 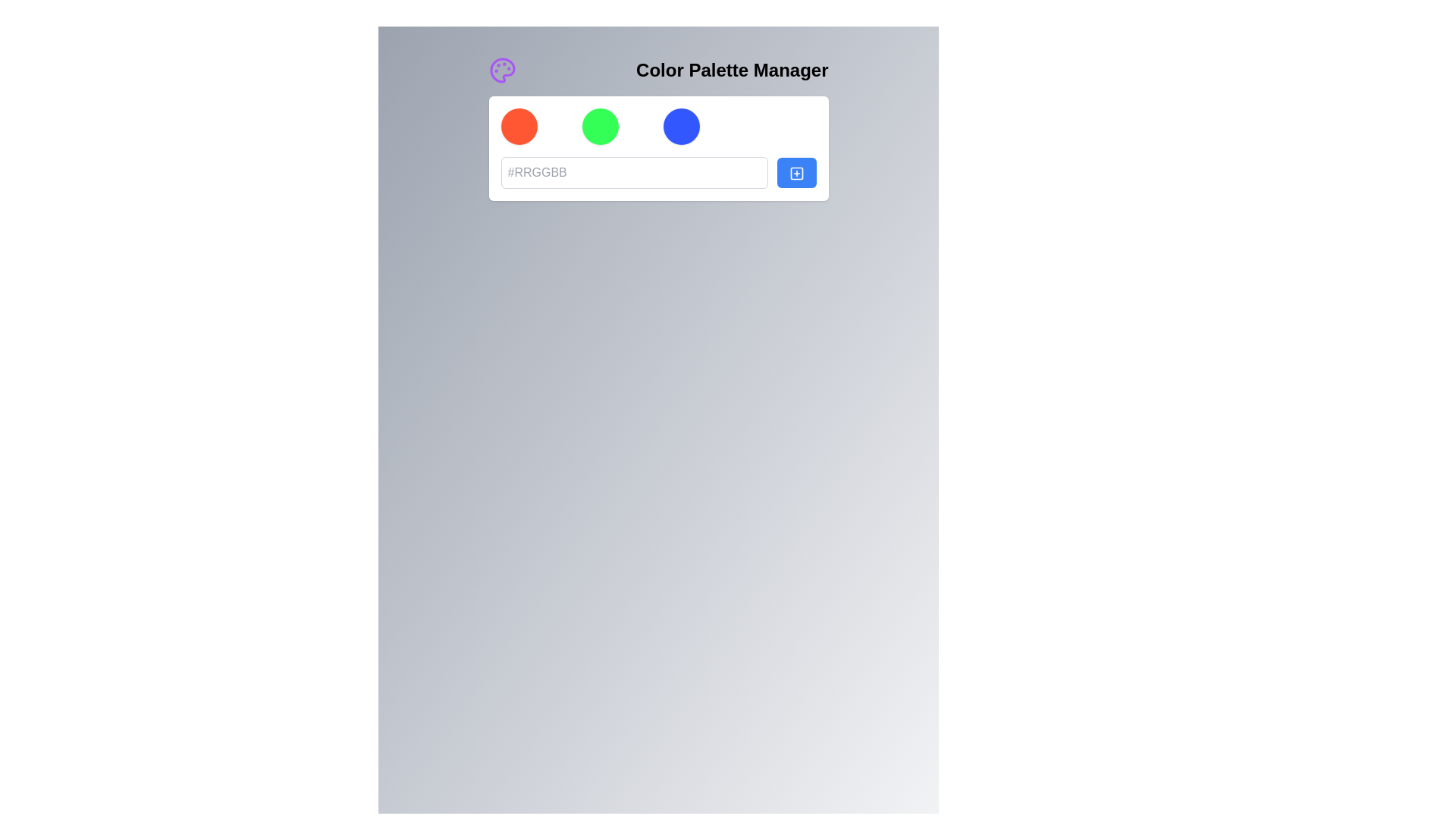 What do you see at coordinates (732, 70) in the screenshot?
I see `the large, bold static text label reading 'Color Palette Manager', which is positioned in the upper-center of the interface, serving as a title or section descriptor` at bounding box center [732, 70].